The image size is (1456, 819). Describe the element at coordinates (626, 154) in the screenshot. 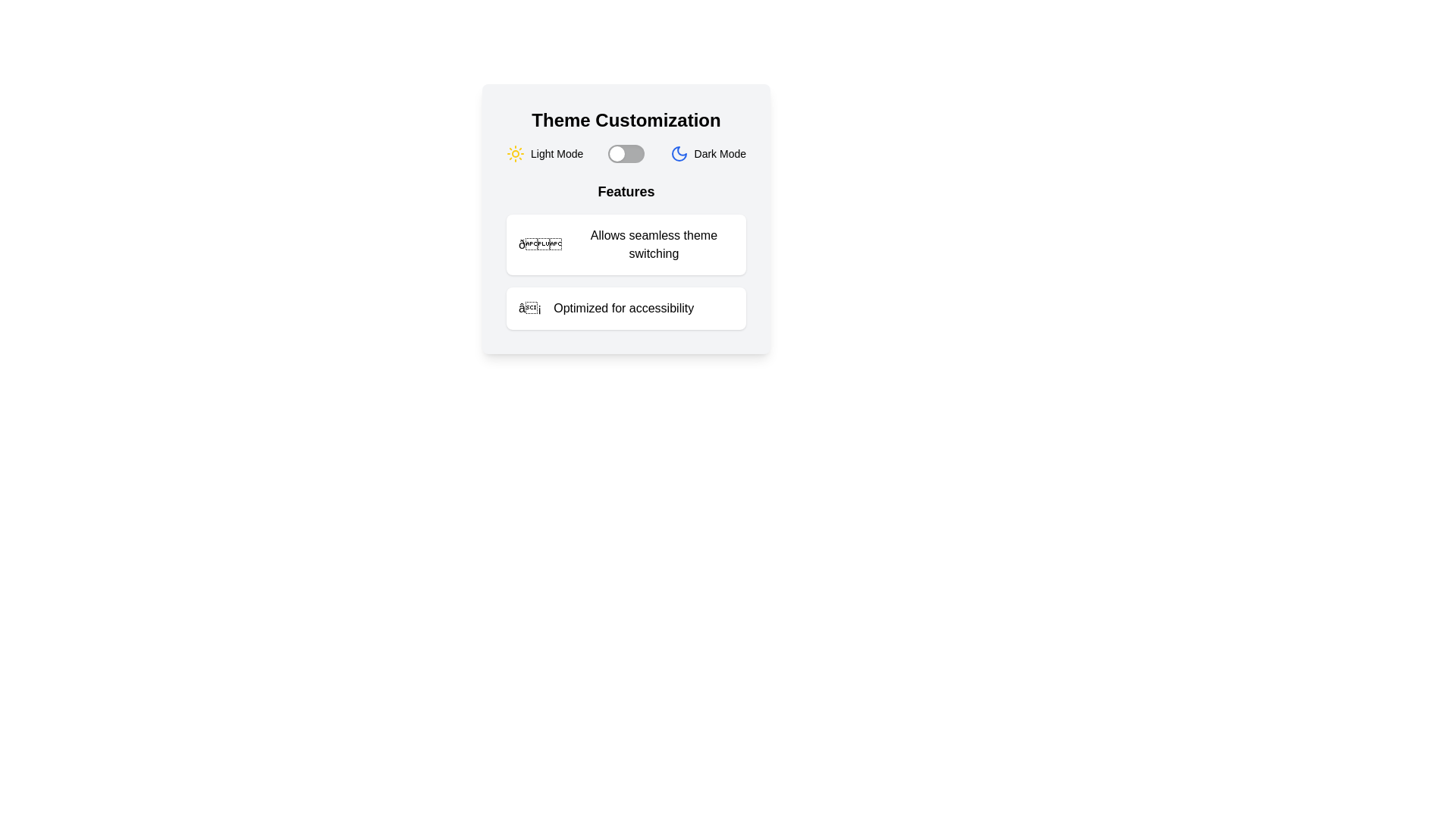

I see `the toggle switch located in the 'Theme Customization' section to switch the mode` at that location.